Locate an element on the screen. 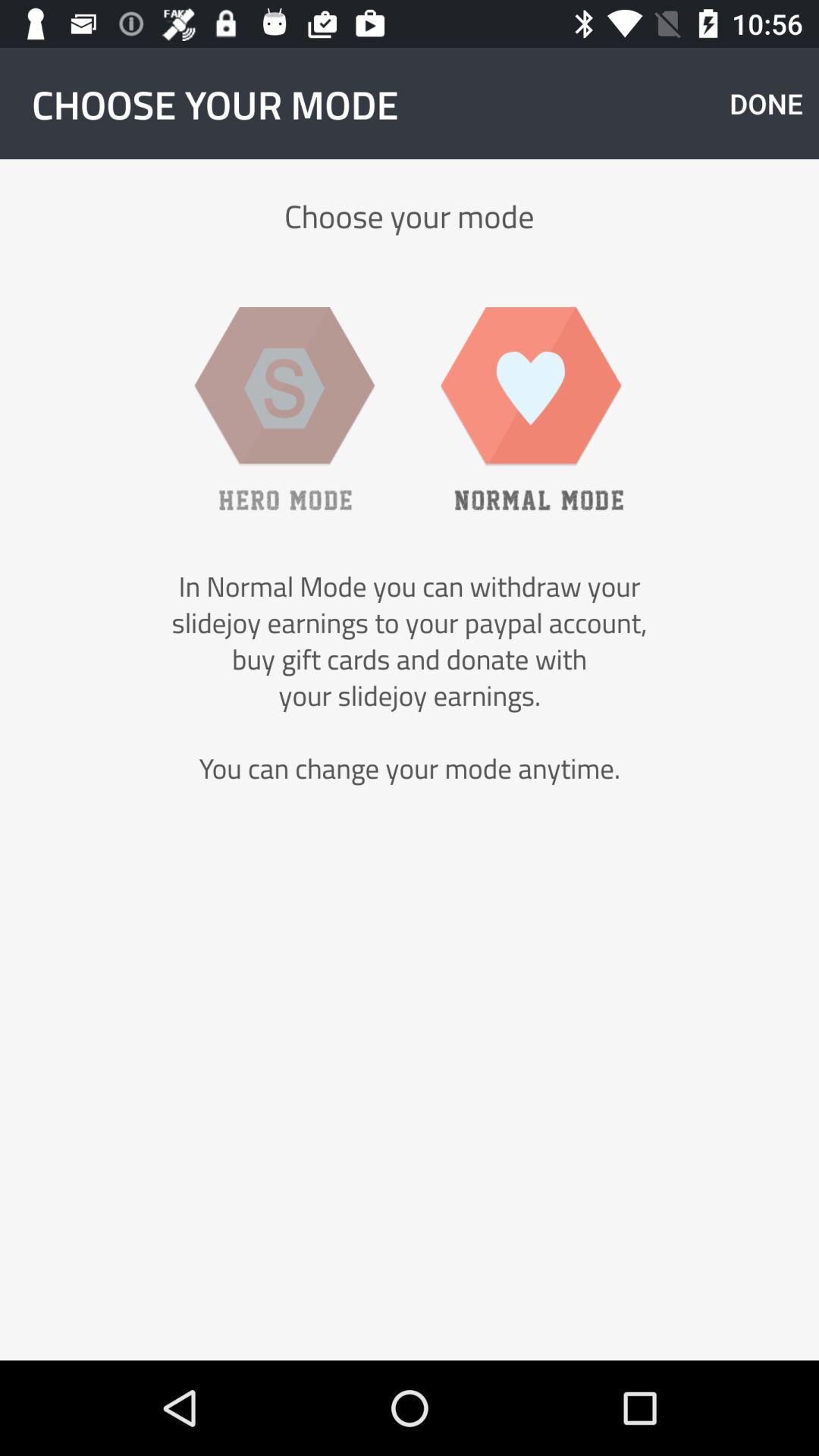 This screenshot has width=819, height=1456. the item below the choose your mode item is located at coordinates (532, 408).